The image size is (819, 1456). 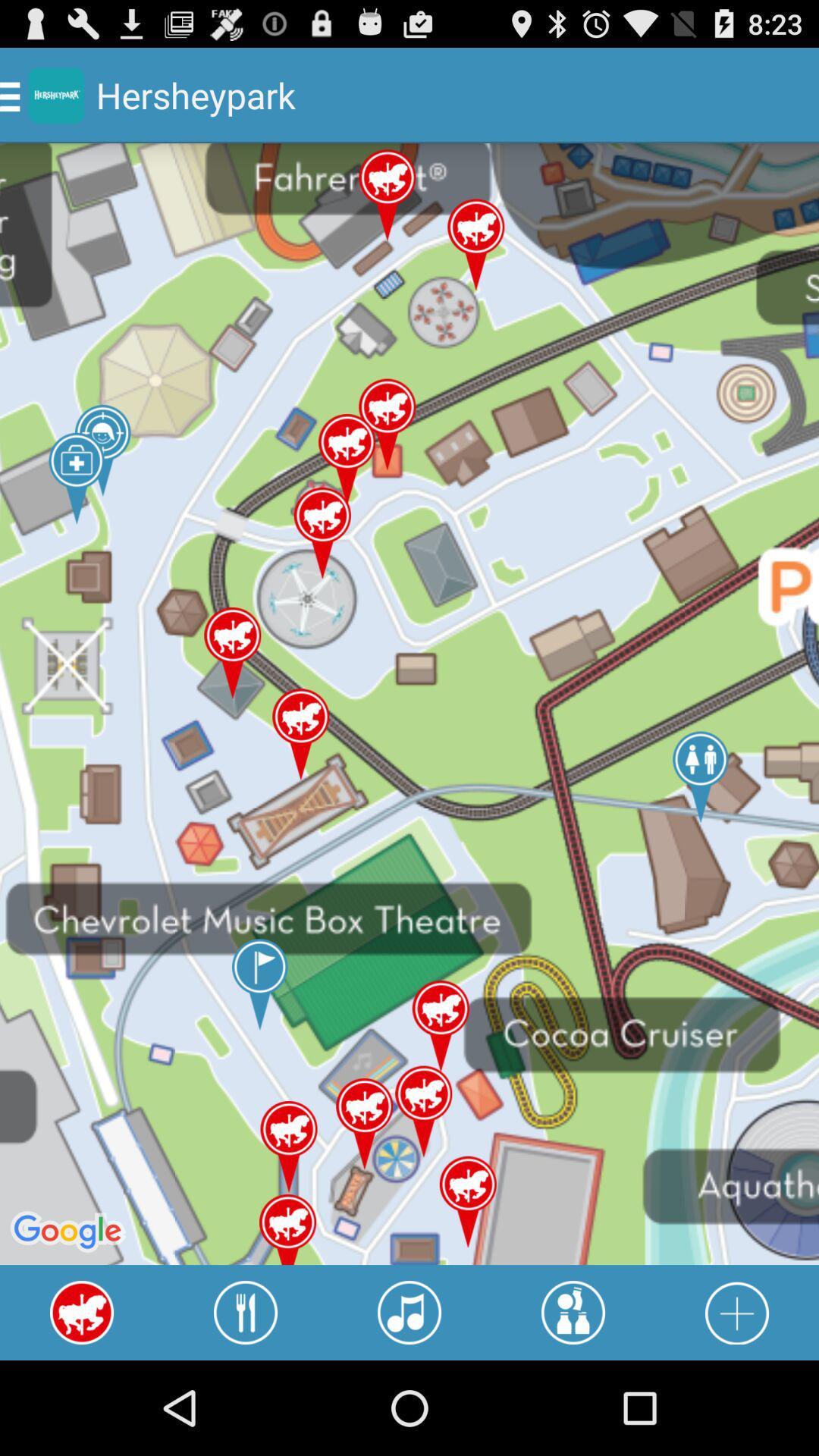 I want to click on press to add additional, so click(x=736, y=1312).